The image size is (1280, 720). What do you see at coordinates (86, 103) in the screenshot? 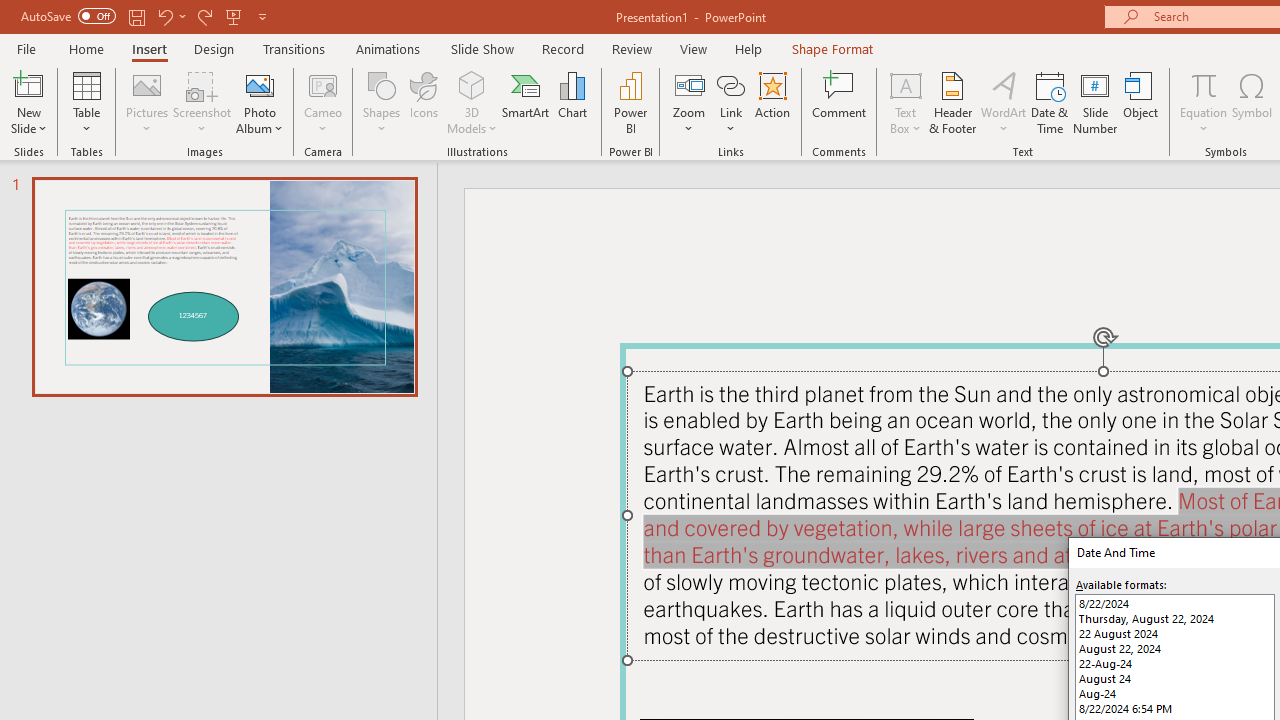
I see `'Table'` at bounding box center [86, 103].